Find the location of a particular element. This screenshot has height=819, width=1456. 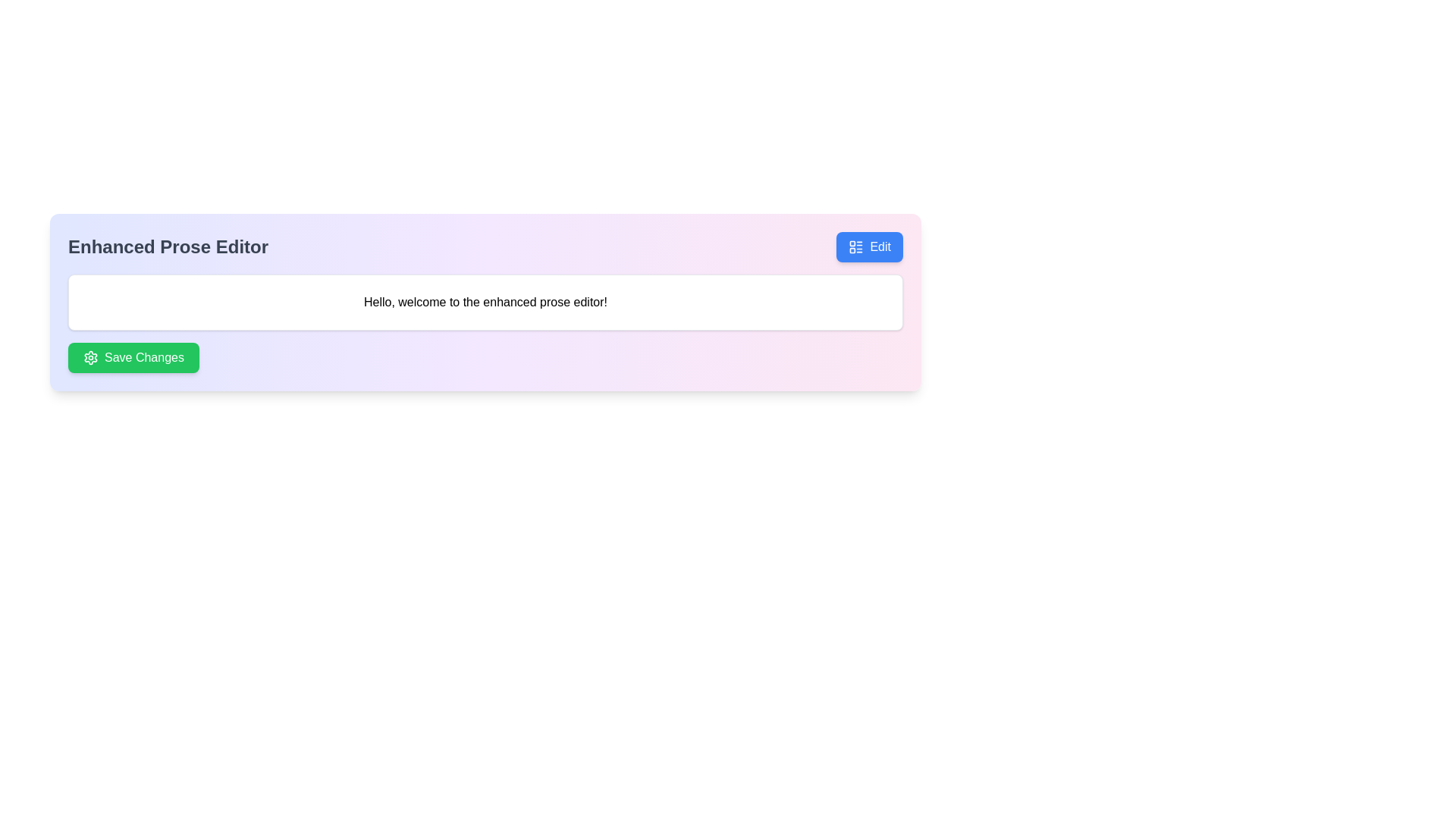

the green cogwheel icon located to the left of the 'Save Changes' button is located at coordinates (90, 357).